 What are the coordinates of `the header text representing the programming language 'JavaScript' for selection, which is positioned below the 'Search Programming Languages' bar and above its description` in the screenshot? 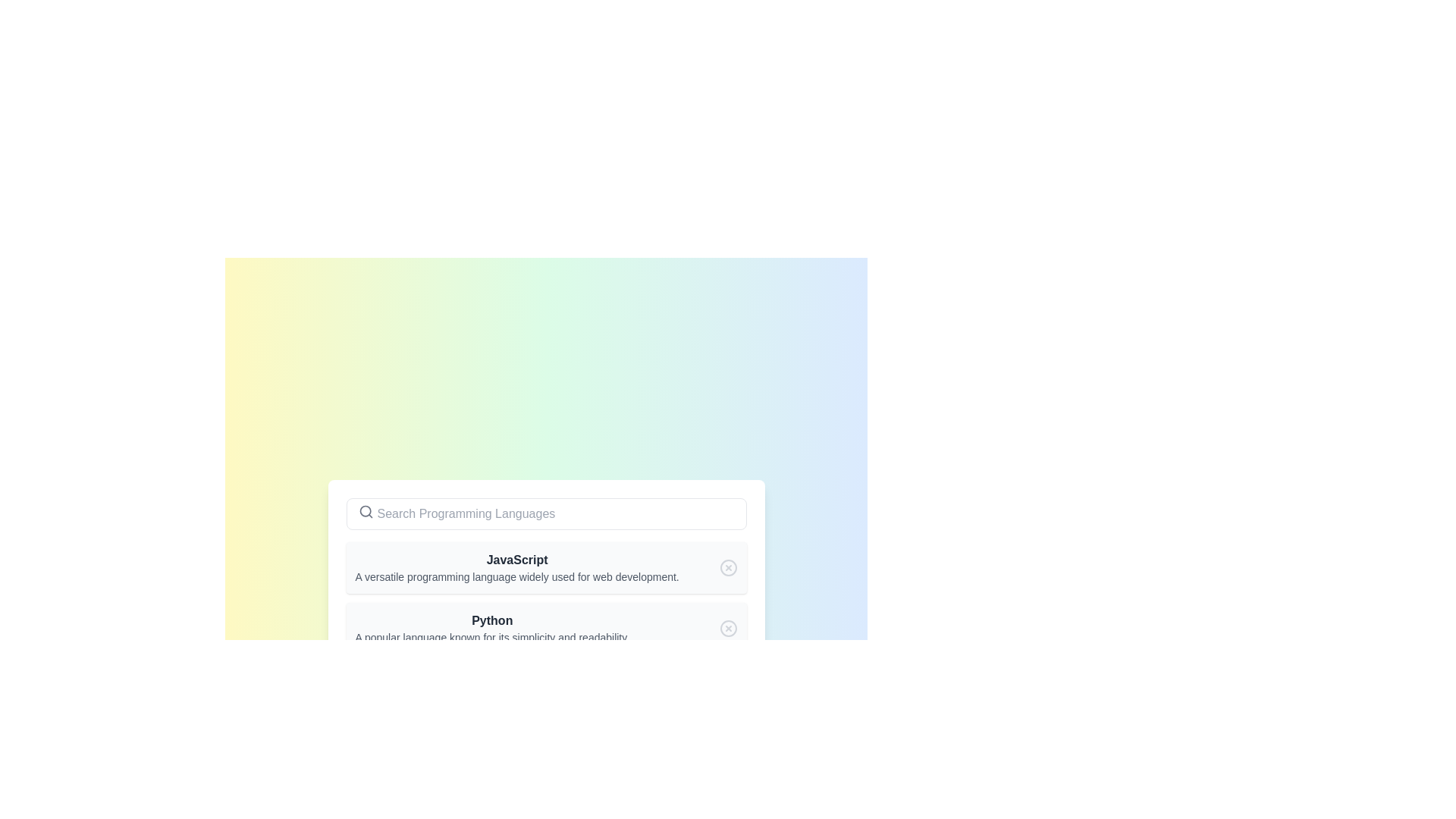 It's located at (517, 560).